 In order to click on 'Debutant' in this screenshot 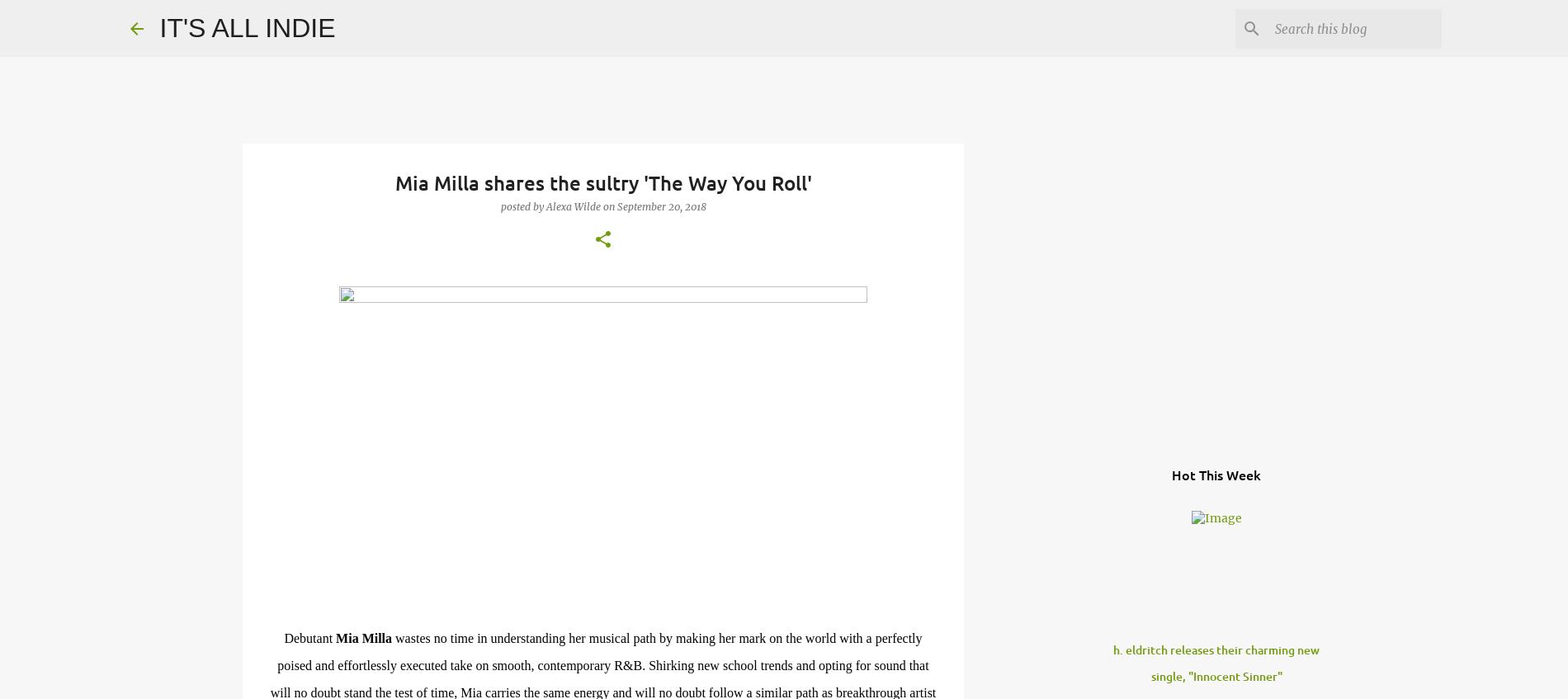, I will do `click(309, 637)`.